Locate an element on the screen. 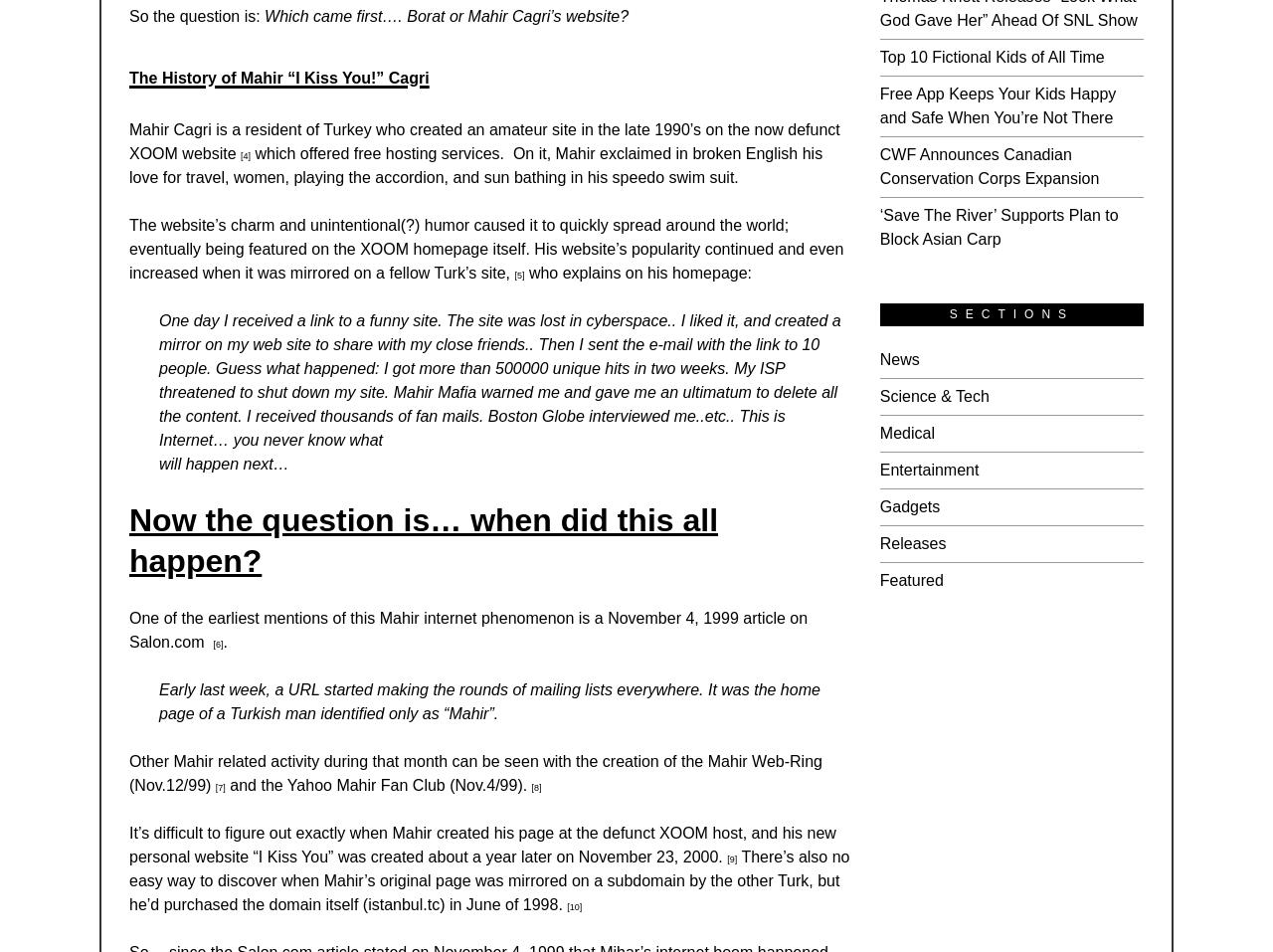 The image size is (1273, 952). 'Medical' is located at coordinates (877, 432).